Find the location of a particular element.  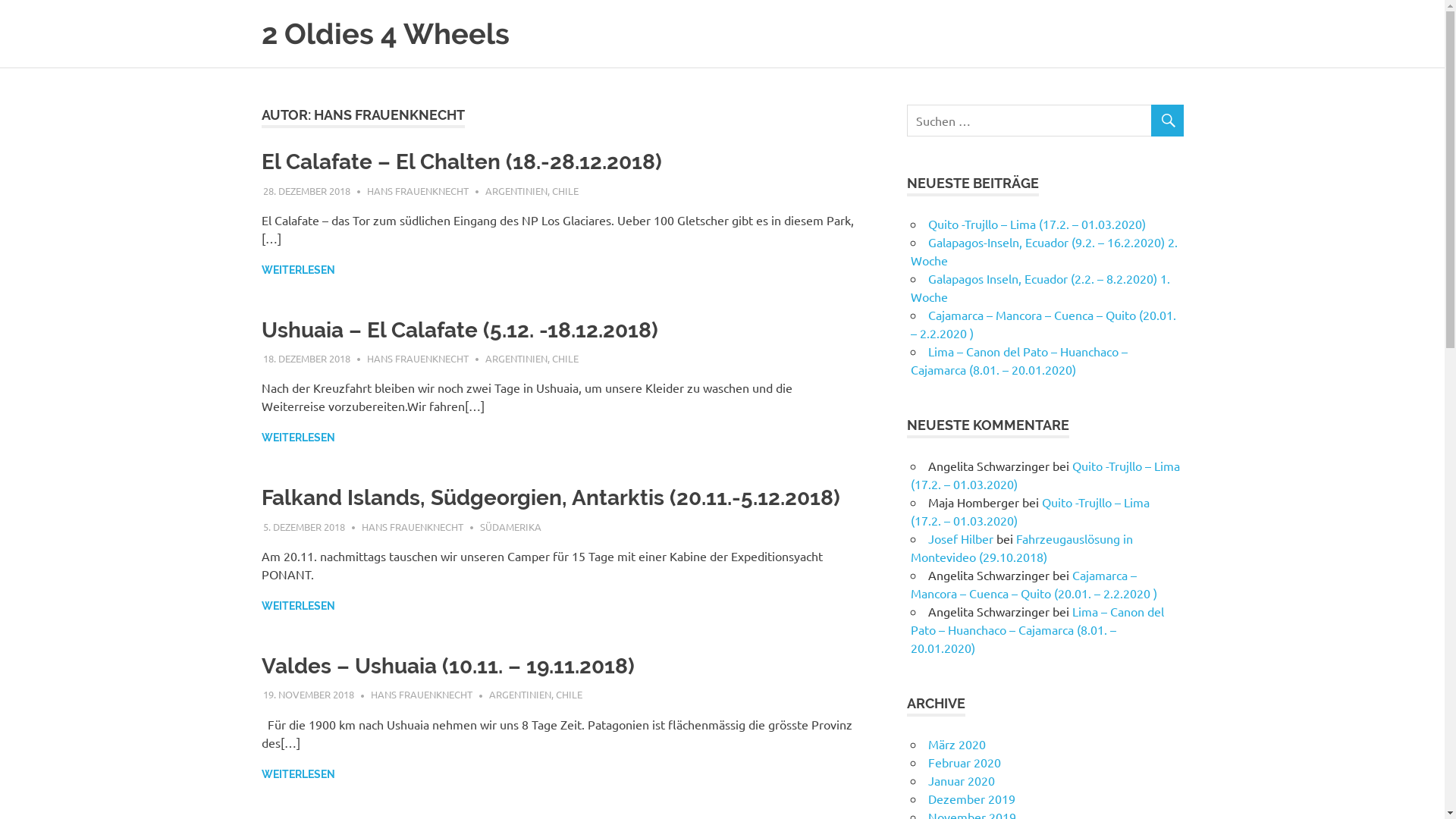

'Januar 2020' is located at coordinates (960, 780).